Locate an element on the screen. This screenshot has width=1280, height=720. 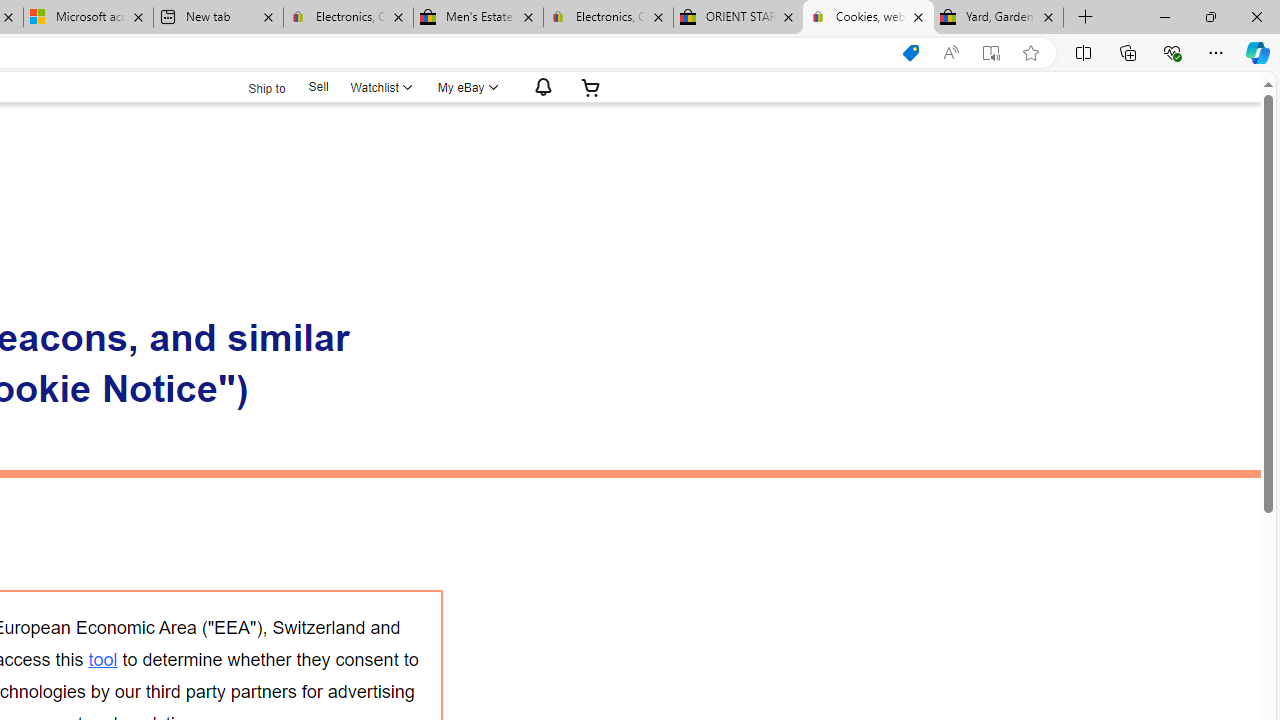
'My eBay' is located at coordinates (465, 86).